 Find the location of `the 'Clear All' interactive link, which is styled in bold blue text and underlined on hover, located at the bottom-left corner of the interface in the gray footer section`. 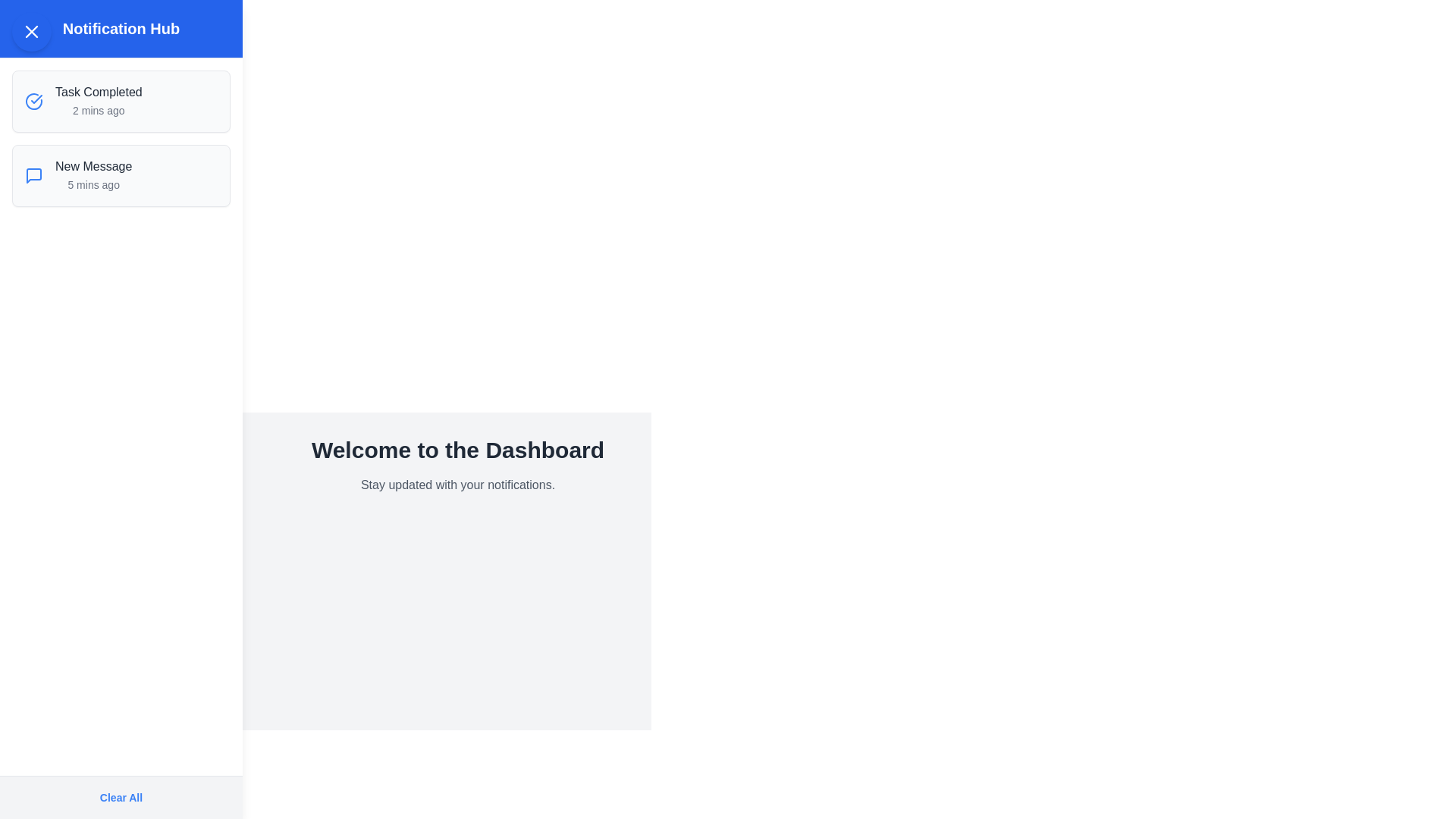

the 'Clear All' interactive link, which is styled in bold blue text and underlined on hover, located at the bottom-left corner of the interface in the gray footer section is located at coordinates (120, 797).